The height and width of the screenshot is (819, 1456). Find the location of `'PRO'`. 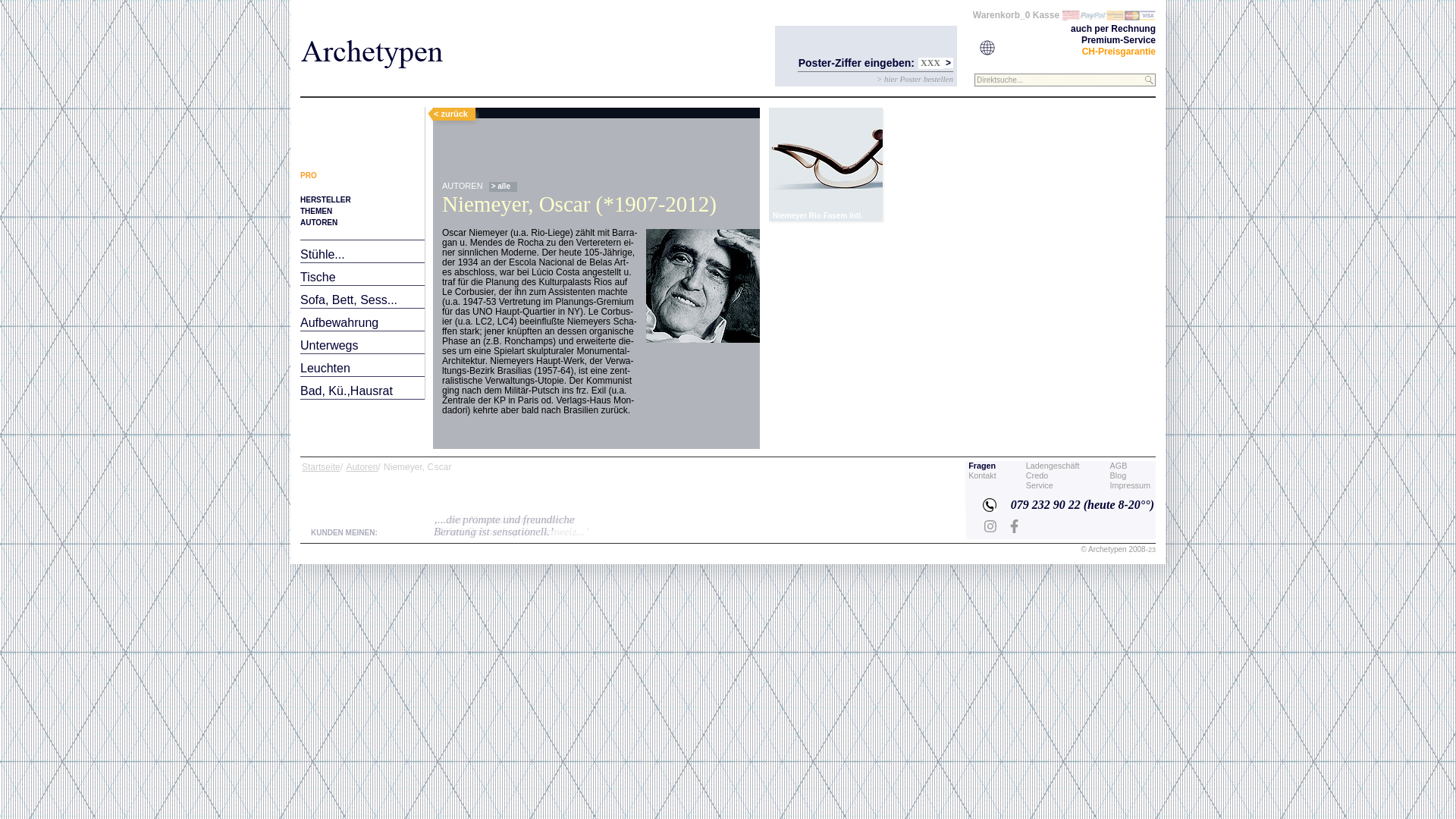

'PRO' is located at coordinates (308, 174).